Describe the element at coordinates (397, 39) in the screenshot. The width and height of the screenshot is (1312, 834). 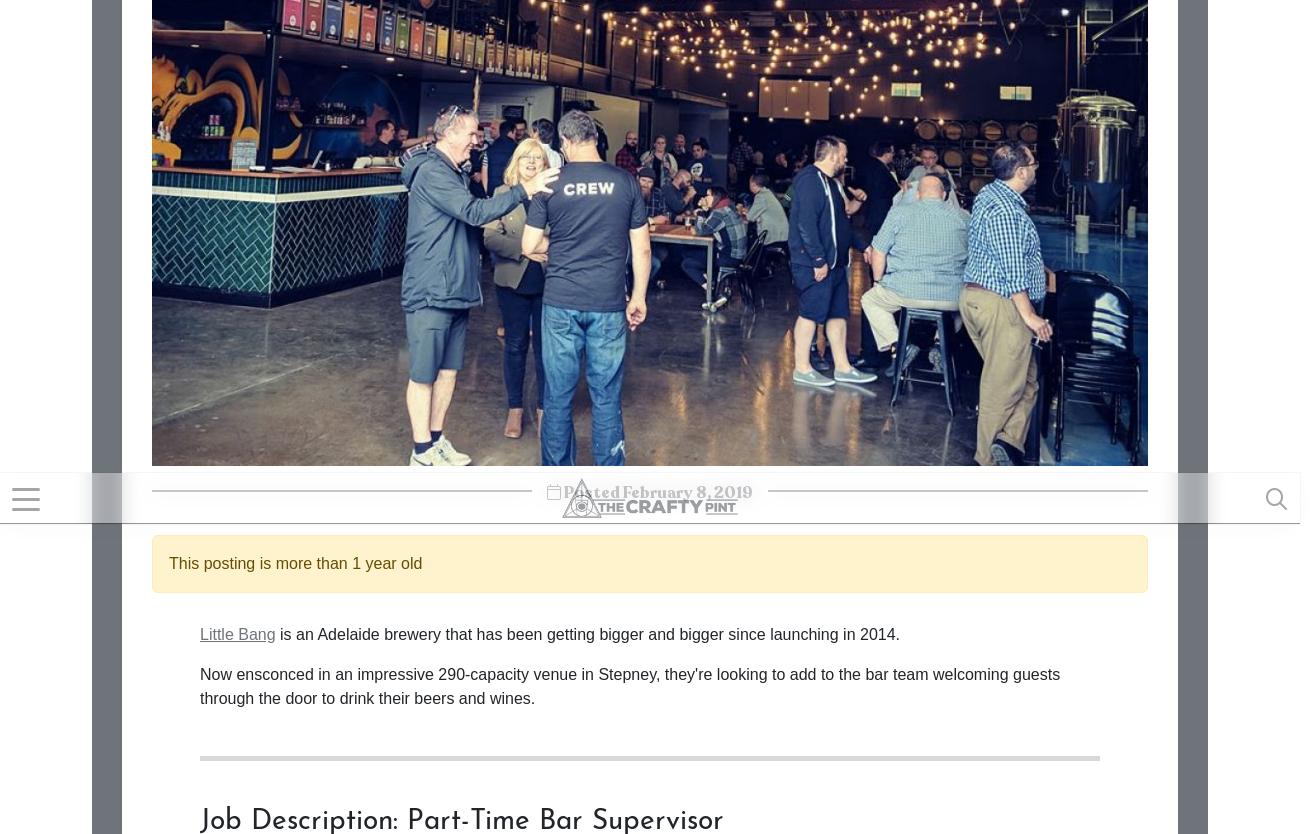
I see `'Some experience leading a team or individuals'` at that location.